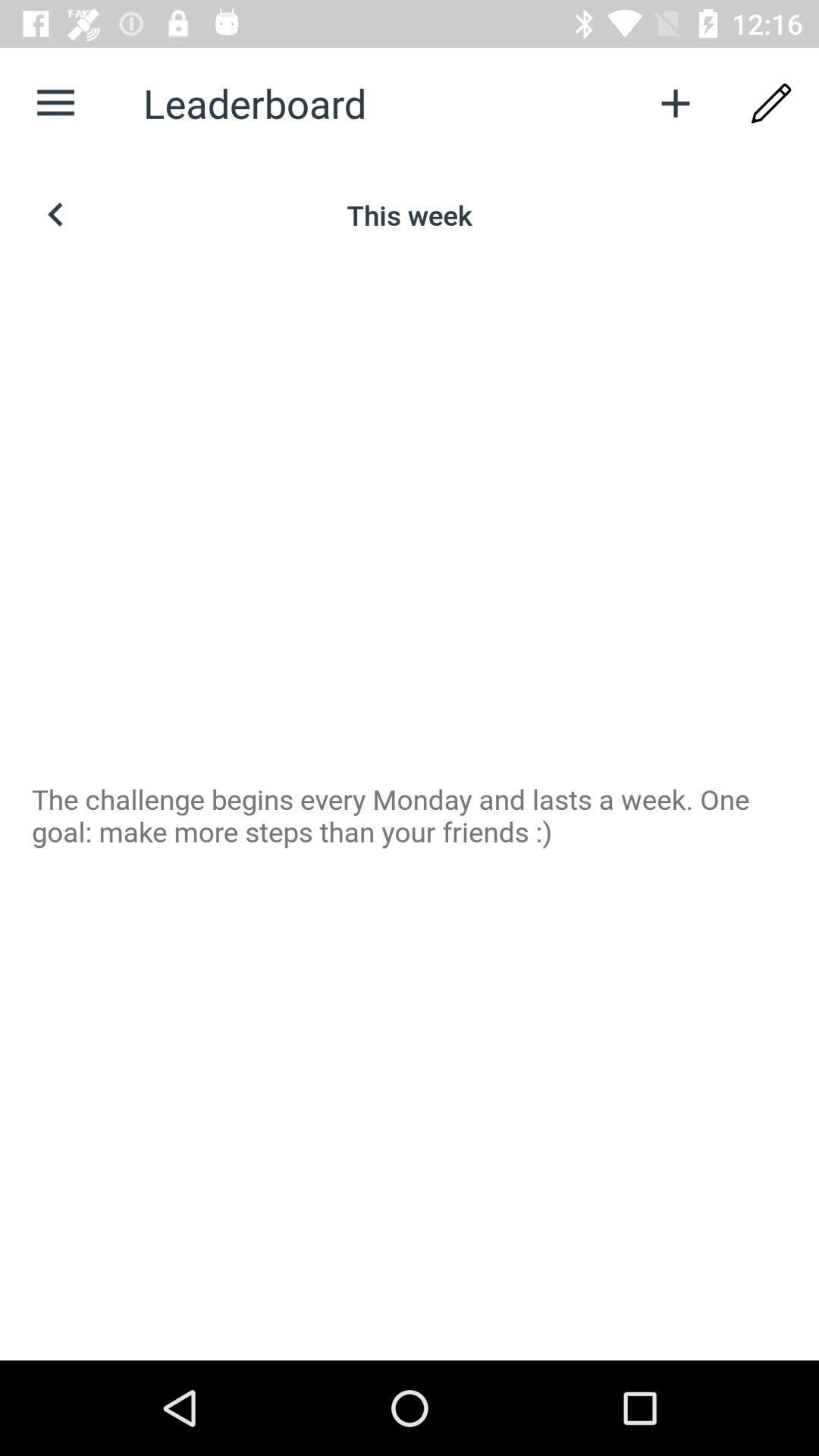 Image resolution: width=819 pixels, height=1456 pixels. I want to click on item above the the challenge begins icon, so click(55, 214).